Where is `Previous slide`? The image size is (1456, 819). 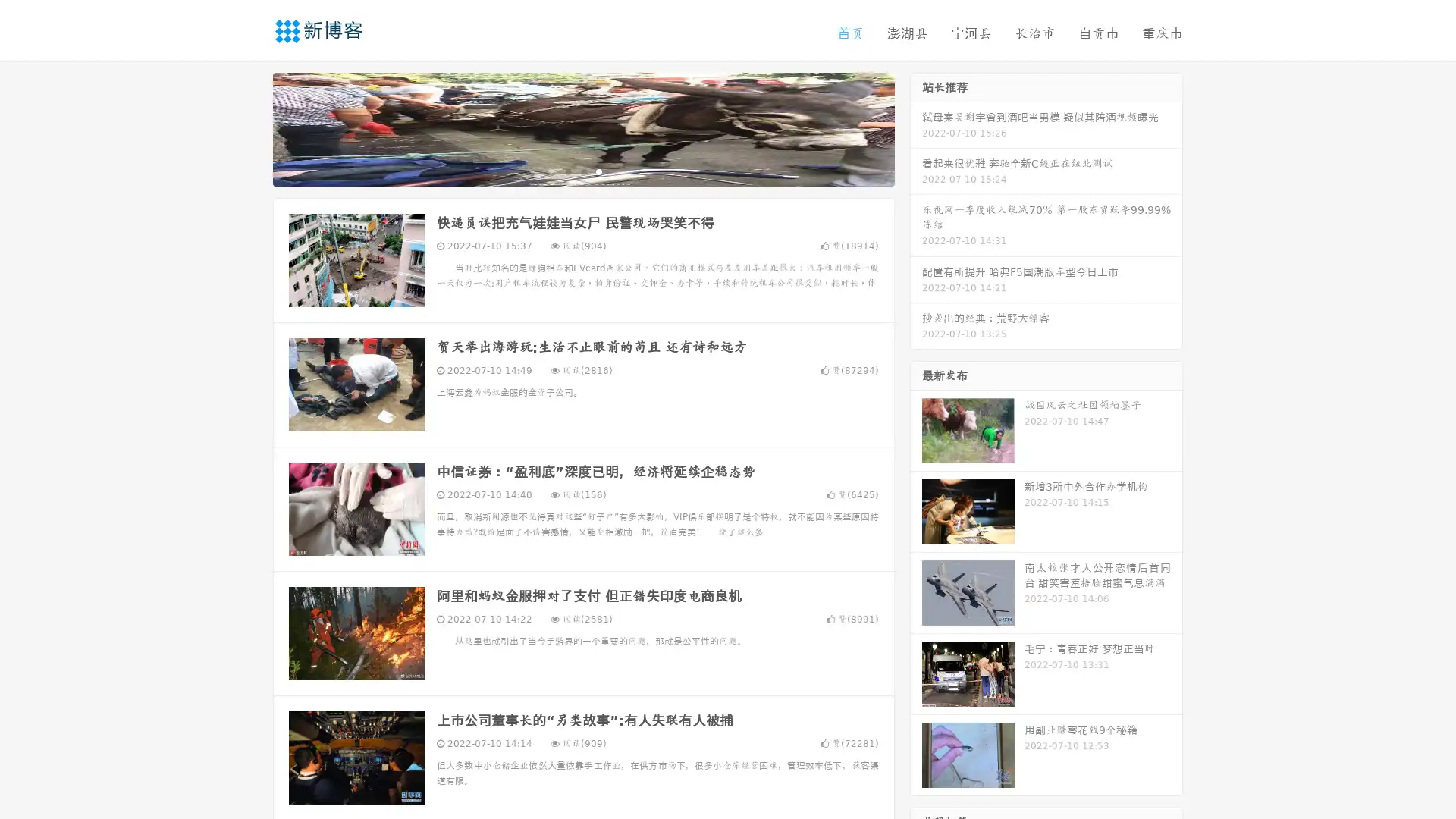
Previous slide is located at coordinates (250, 127).